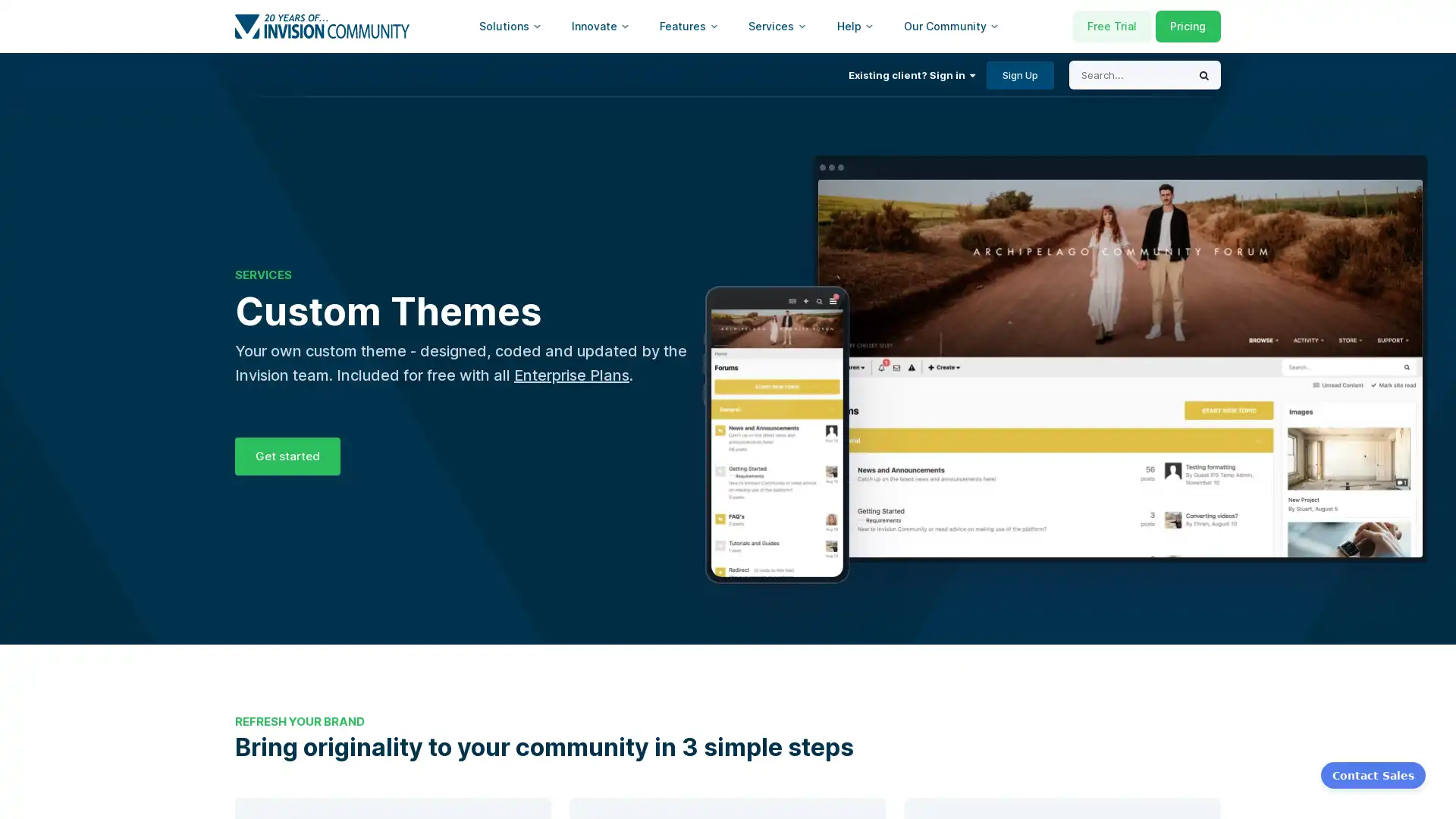 The image size is (1456, 819). What do you see at coordinates (855, 26) in the screenshot?
I see `Help` at bounding box center [855, 26].